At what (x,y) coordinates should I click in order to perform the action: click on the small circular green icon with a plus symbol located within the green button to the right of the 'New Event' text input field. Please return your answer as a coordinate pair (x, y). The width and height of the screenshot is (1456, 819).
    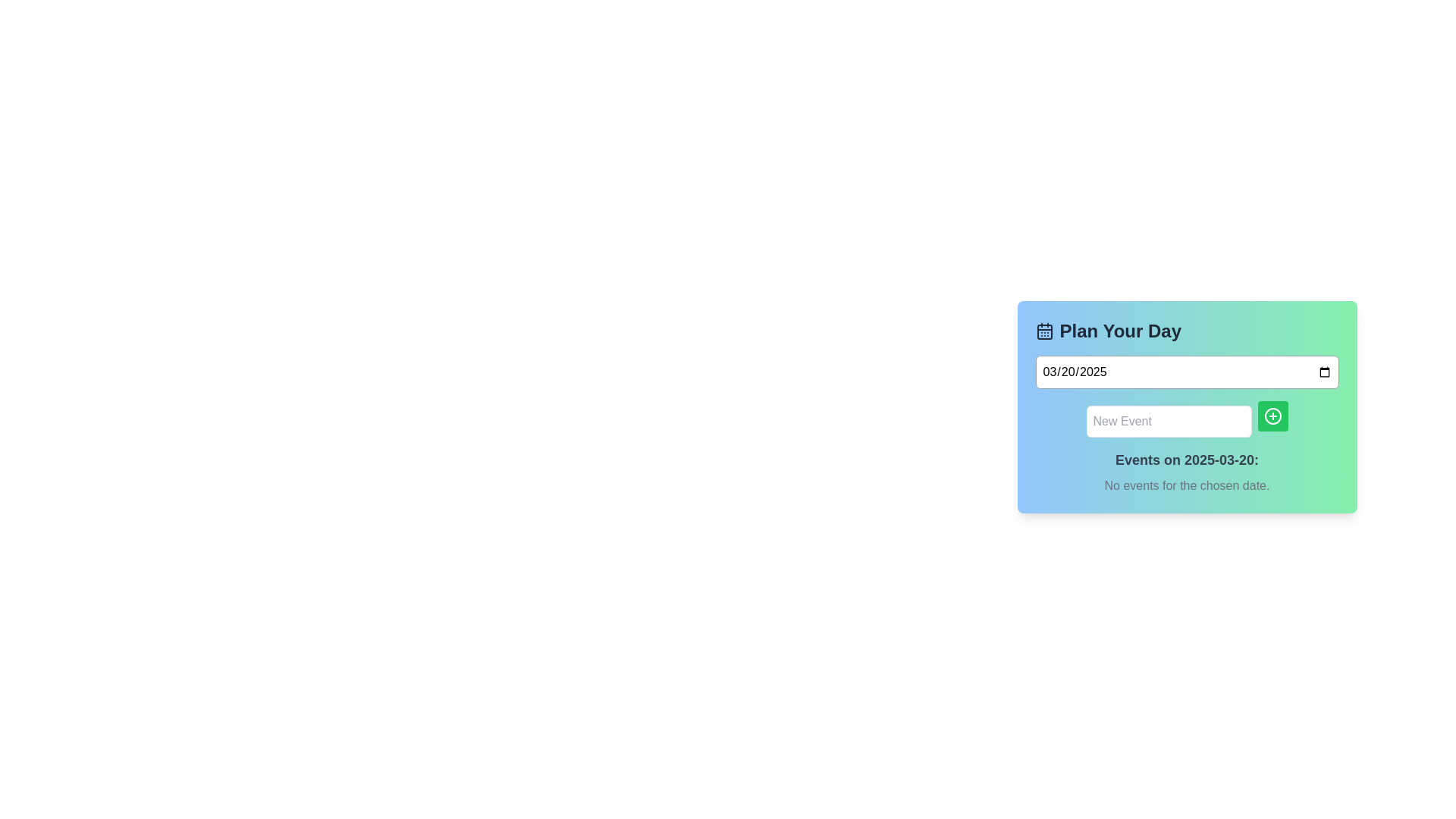
    Looking at the image, I should click on (1272, 416).